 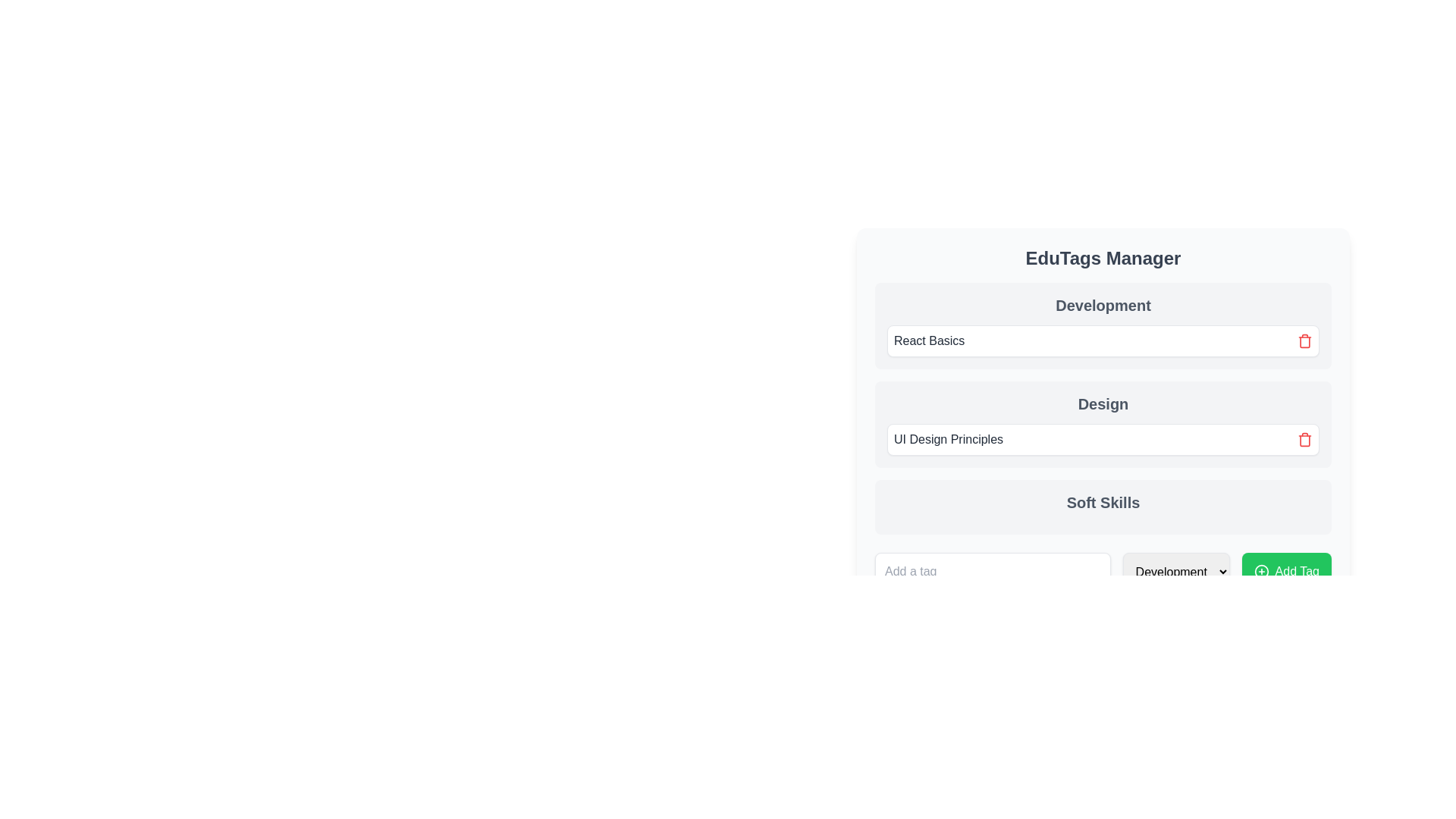 What do you see at coordinates (1304, 341) in the screenshot?
I see `the delete button located at the far-right end of the row labeled 'React Basics'` at bounding box center [1304, 341].